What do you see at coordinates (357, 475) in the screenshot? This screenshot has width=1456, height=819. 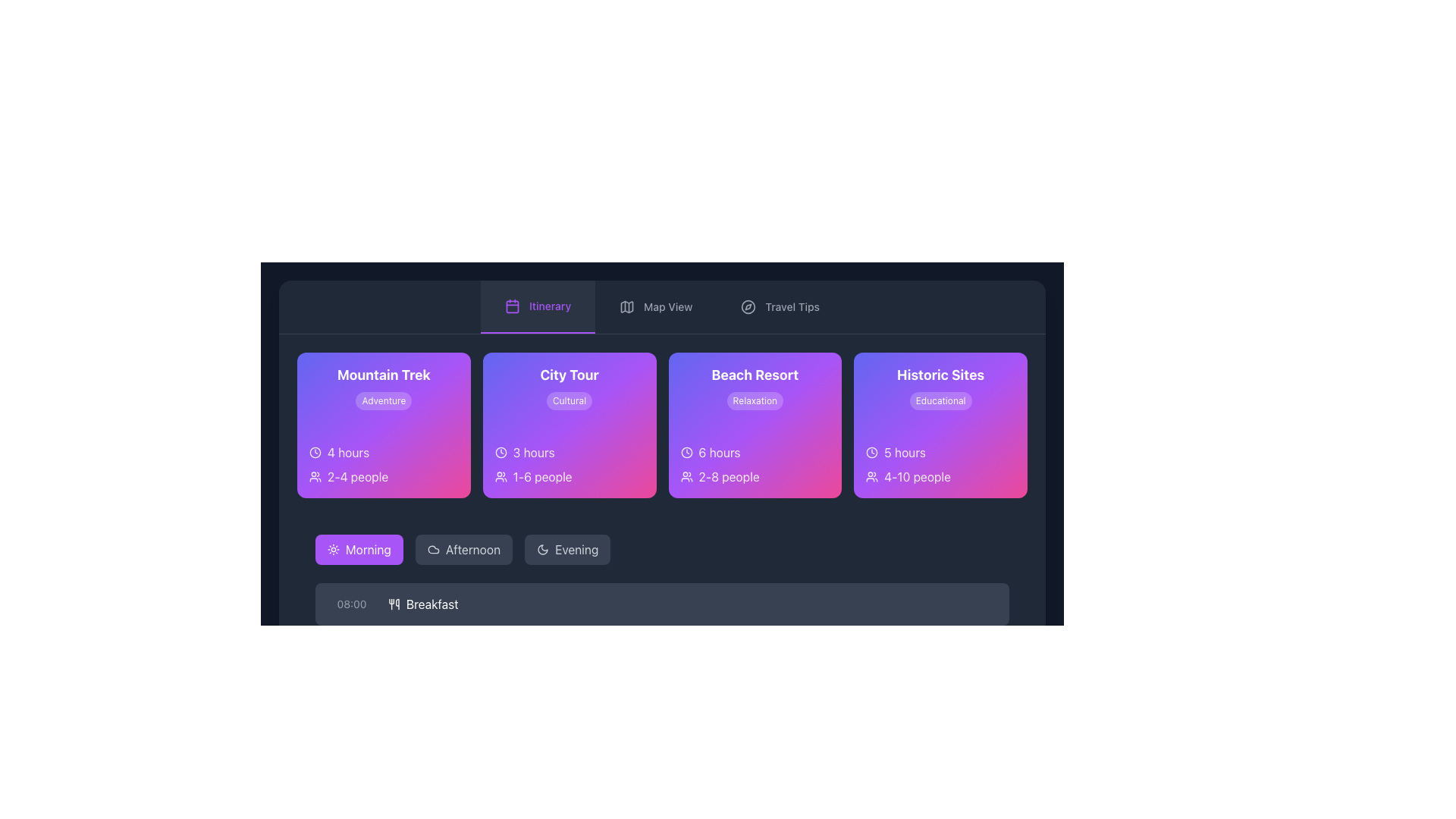 I see `text label displaying '2-4 people' that is styled in white color on a purple gradient background, located at the bottom of the 'Mountain Trek' activity card` at bounding box center [357, 475].